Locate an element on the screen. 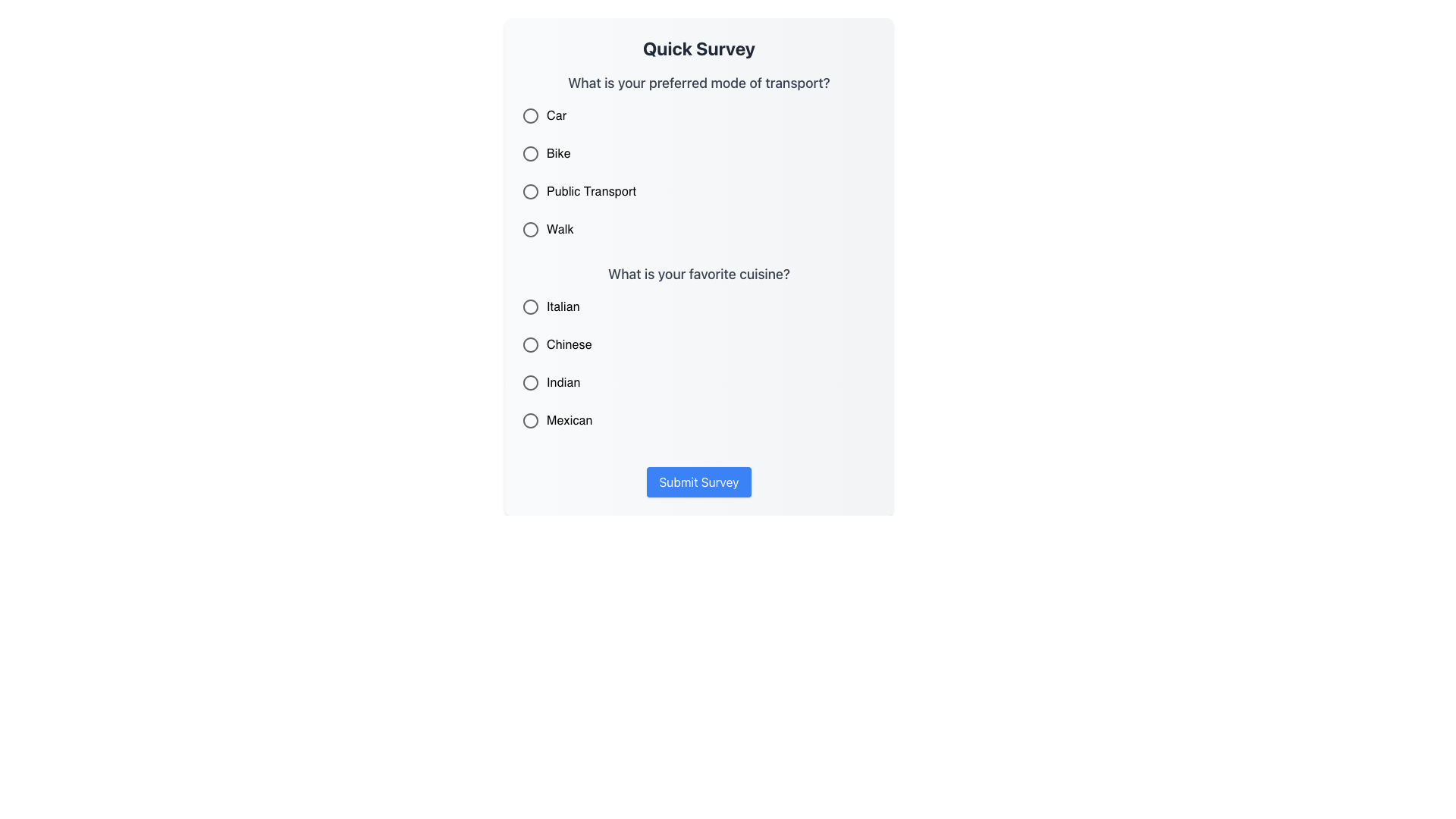 The height and width of the screenshot is (819, 1456). the selected radio button labeled 'Italian' is located at coordinates (531, 307).